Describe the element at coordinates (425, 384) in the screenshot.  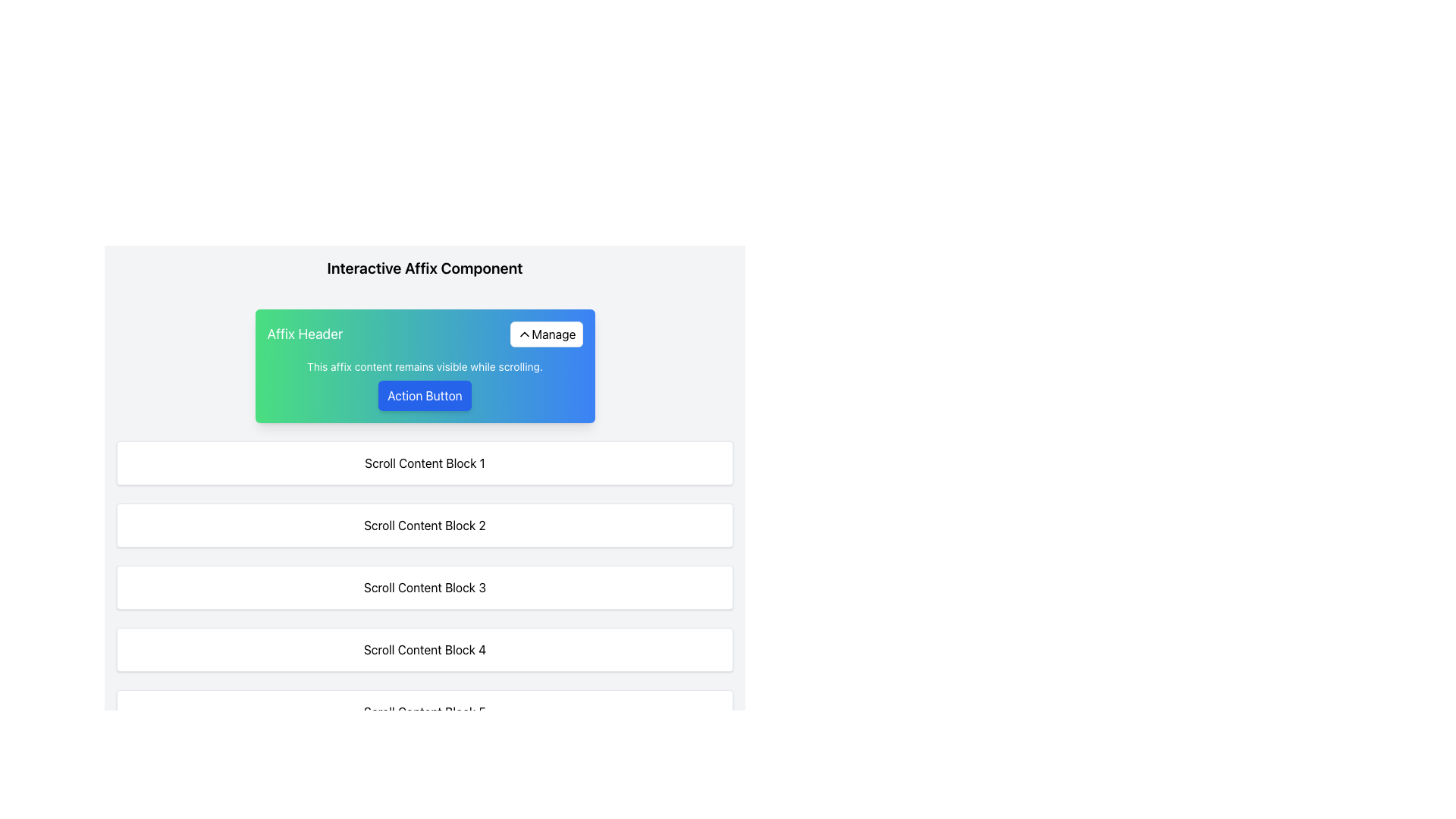
I see `the 'Action Button' located in the sticky header below the text 'Affix Header'` at that location.